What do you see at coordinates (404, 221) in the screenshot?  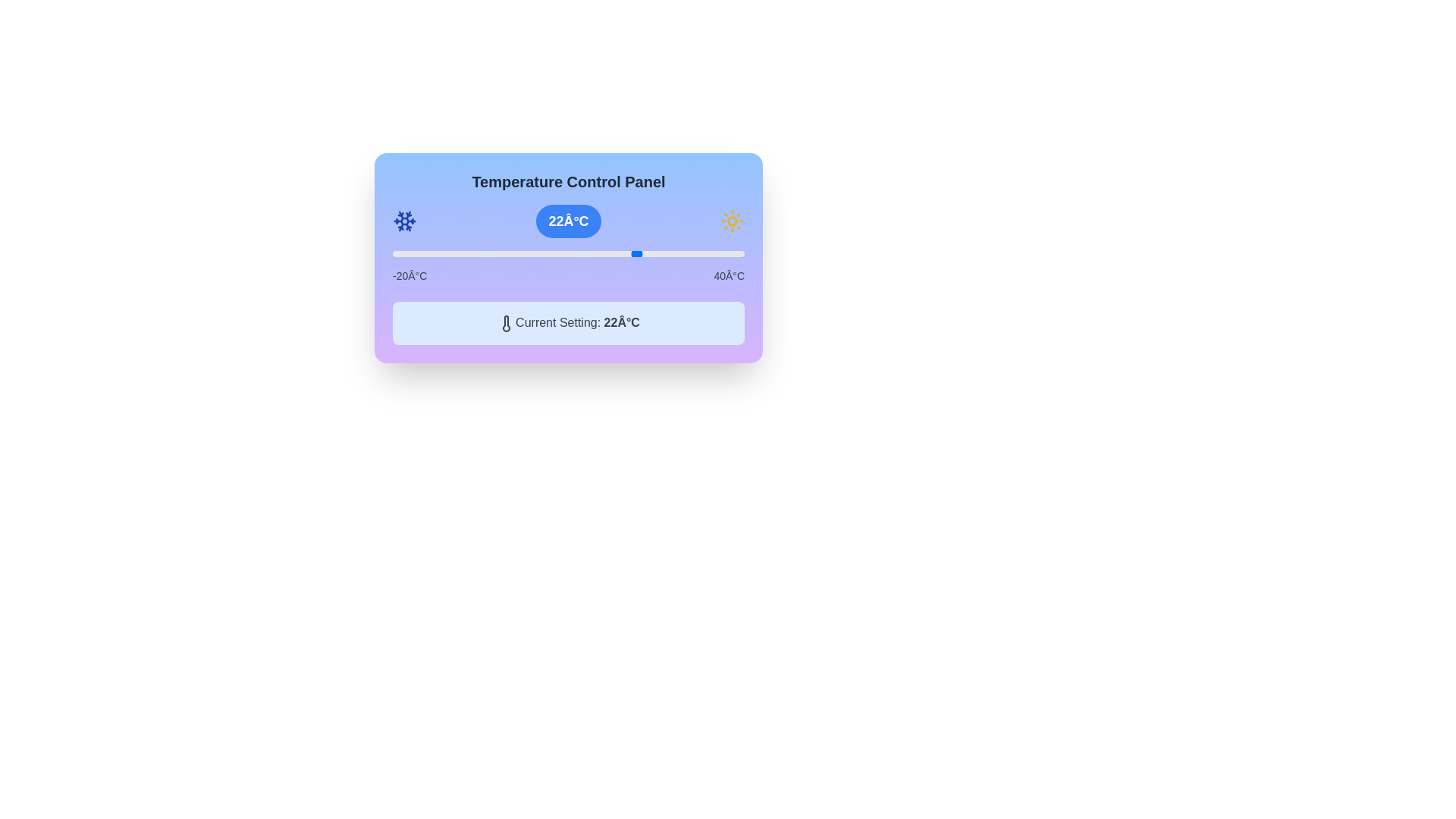 I see `the snowflake icon to provide feedback` at bounding box center [404, 221].